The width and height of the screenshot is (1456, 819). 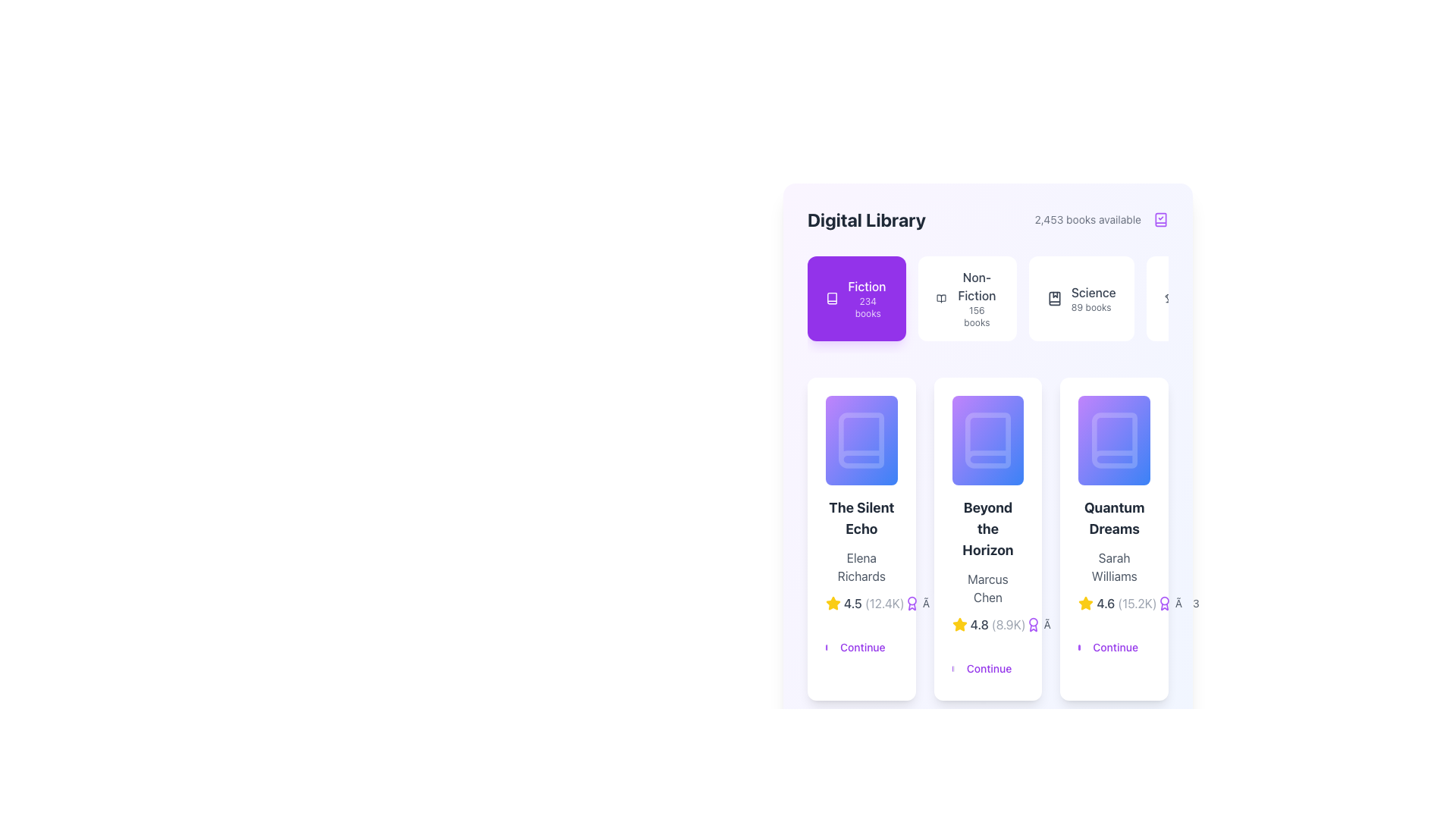 What do you see at coordinates (987, 588) in the screenshot?
I see `the static text element displaying the name 'Marcus Chen', which is centered below the title 'Beyond the Horizon' in the second card of the book list` at bounding box center [987, 588].